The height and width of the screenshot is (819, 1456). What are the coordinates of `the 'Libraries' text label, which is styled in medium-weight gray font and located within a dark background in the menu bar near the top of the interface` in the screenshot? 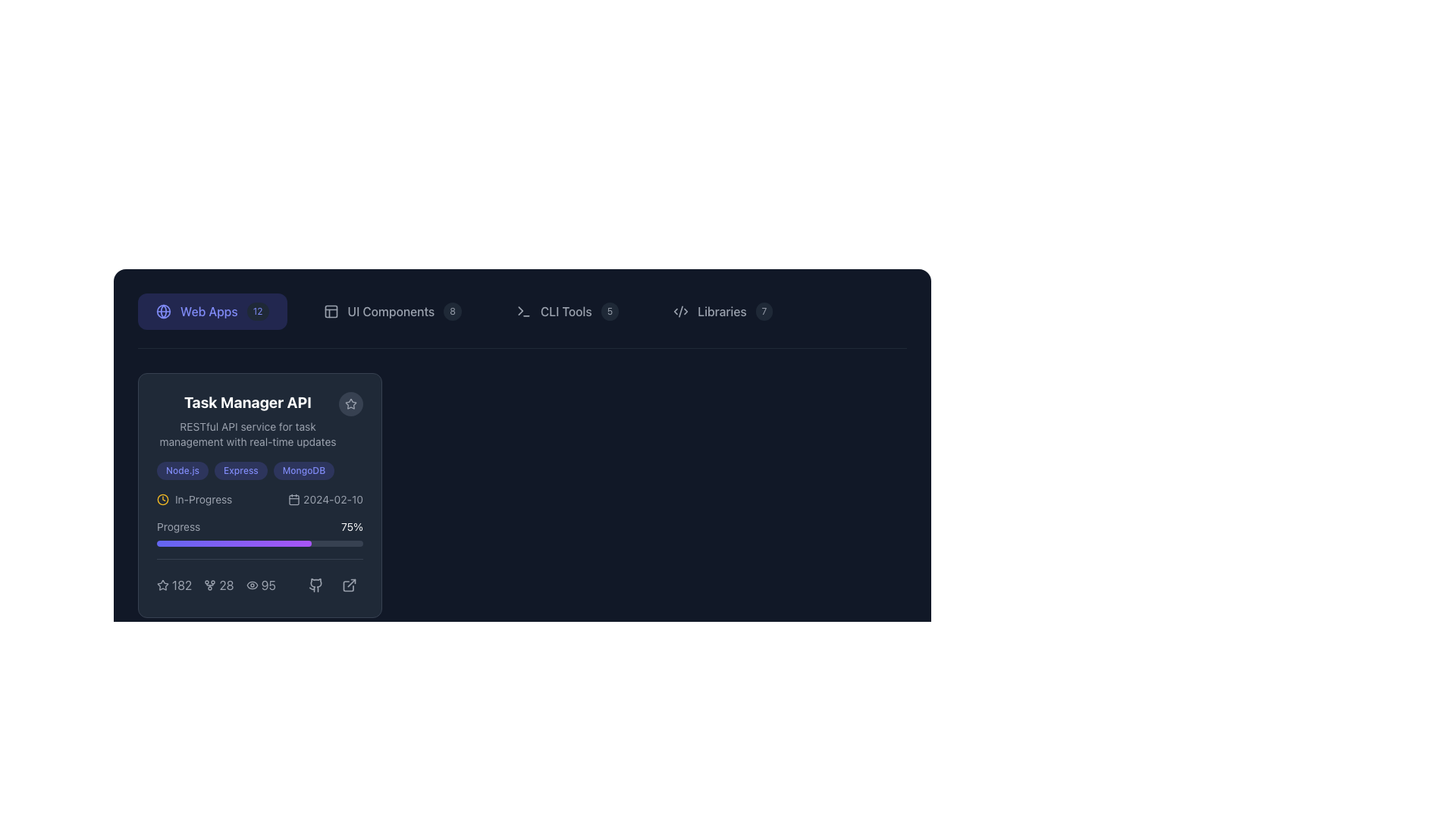 It's located at (721, 311).